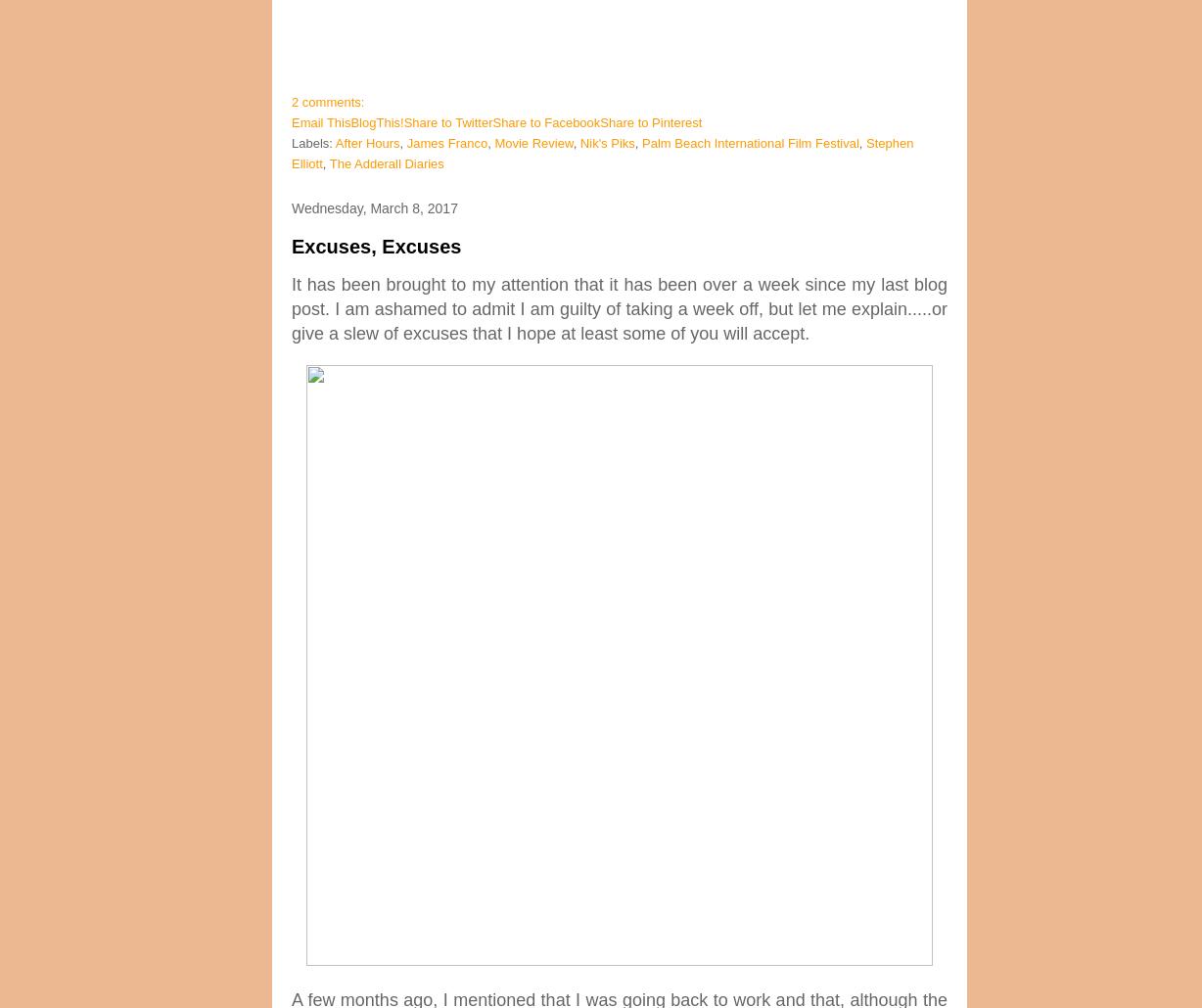 The image size is (1202, 1008). Describe the element at coordinates (545, 121) in the screenshot. I see `'Share to Facebook'` at that location.